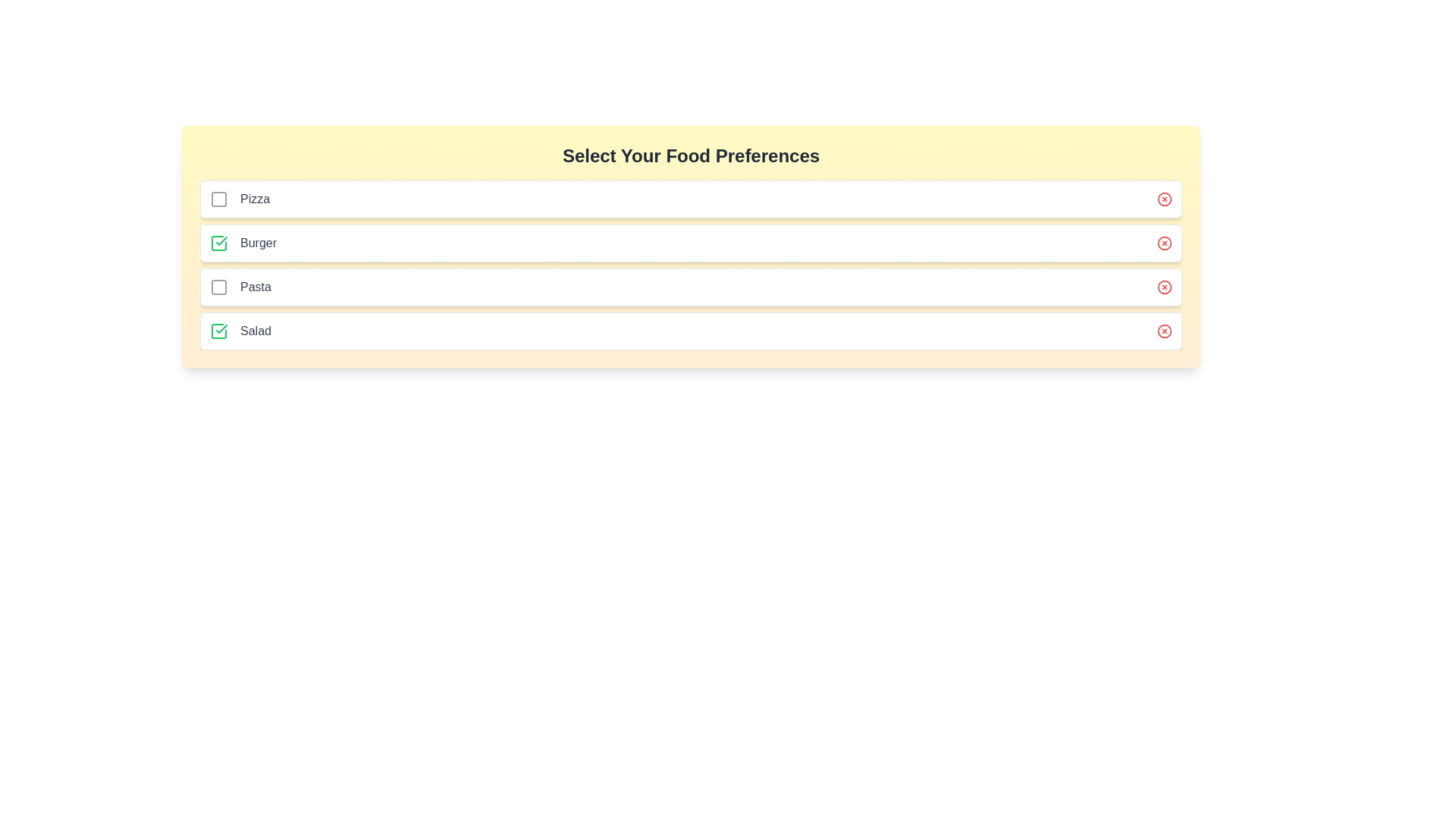 This screenshot has height=819, width=1456. Describe the element at coordinates (256, 330) in the screenshot. I see `the text label reading 'Salad', which is styled in medium gray font and located next to a green checkmark icon under 'Select Your Food Preferences'` at that location.